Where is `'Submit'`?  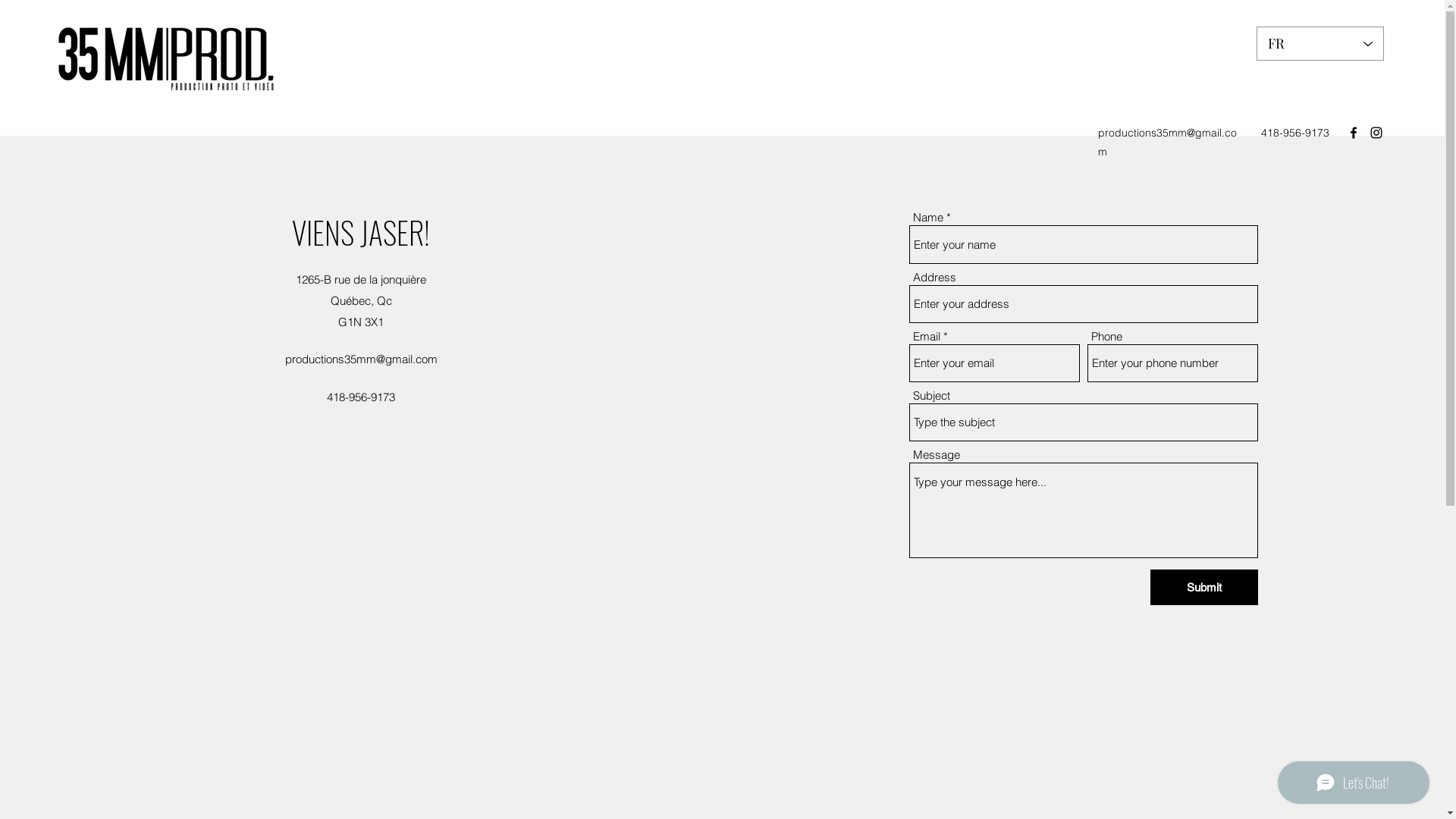 'Submit' is located at coordinates (1203, 586).